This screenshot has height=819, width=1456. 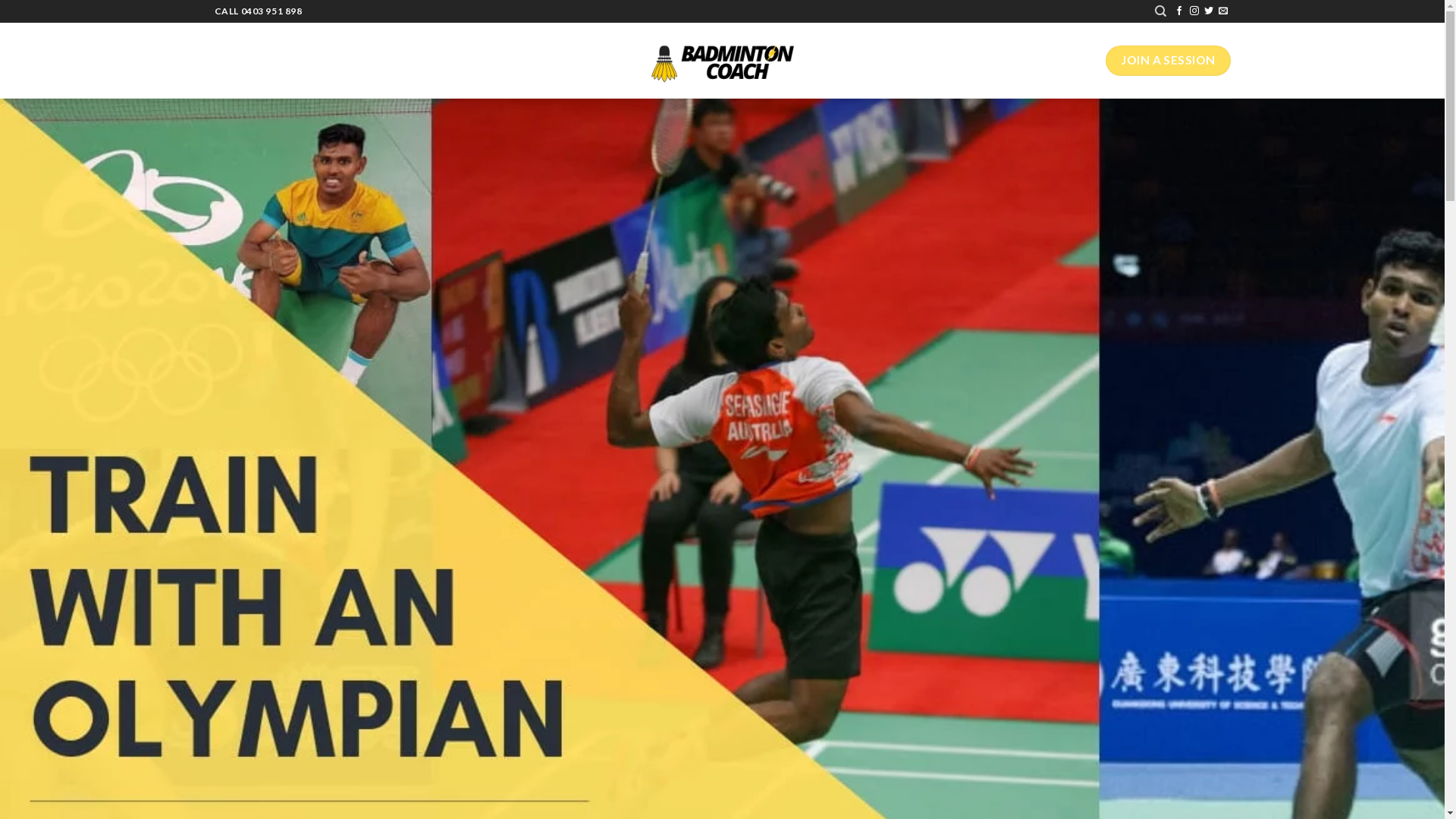 What do you see at coordinates (1178, 11) in the screenshot?
I see `'Follow on Facebook'` at bounding box center [1178, 11].